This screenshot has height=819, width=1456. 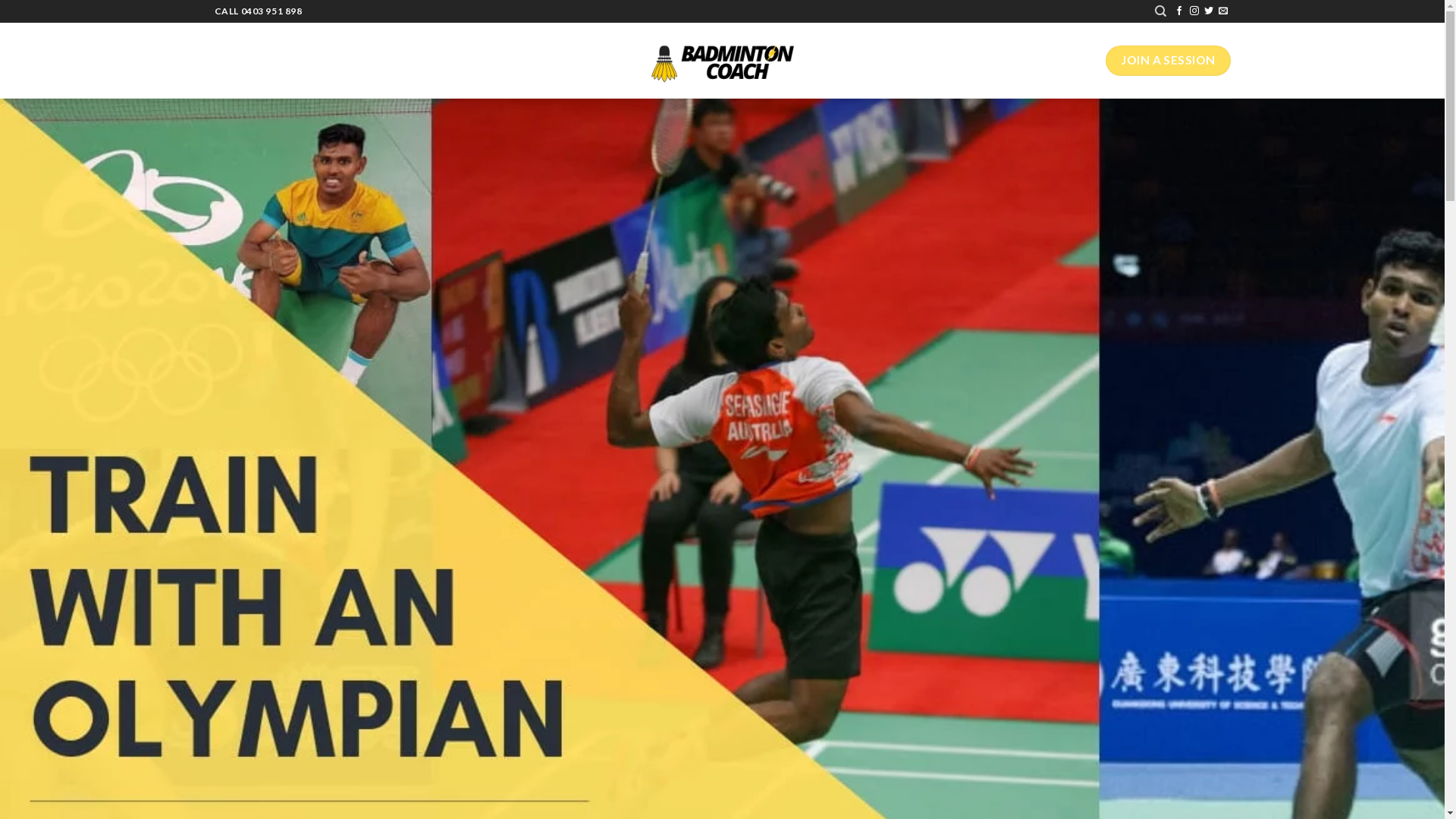 What do you see at coordinates (1178, 11) in the screenshot?
I see `'Follow on Facebook'` at bounding box center [1178, 11].